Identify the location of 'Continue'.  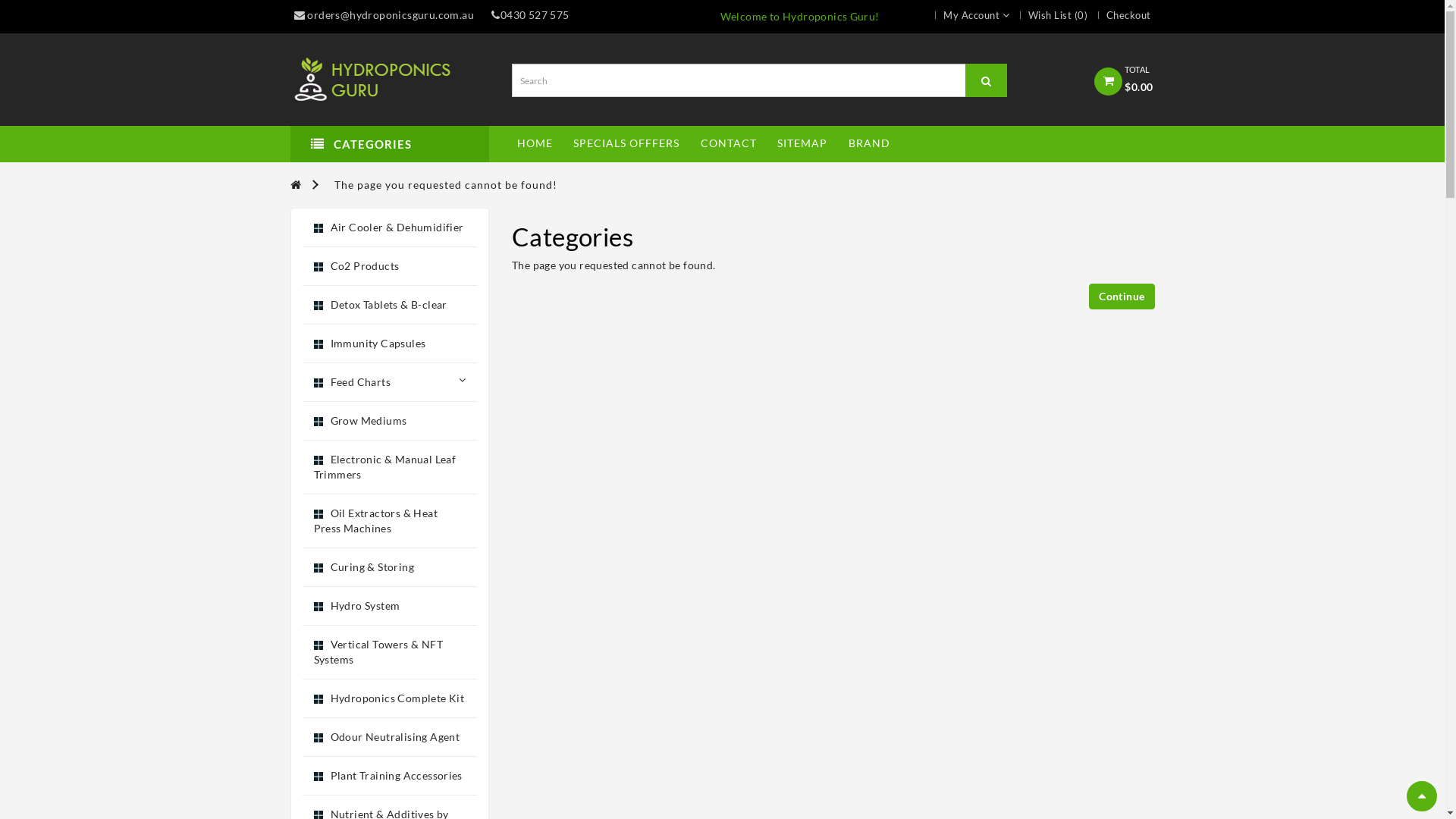
(1121, 296).